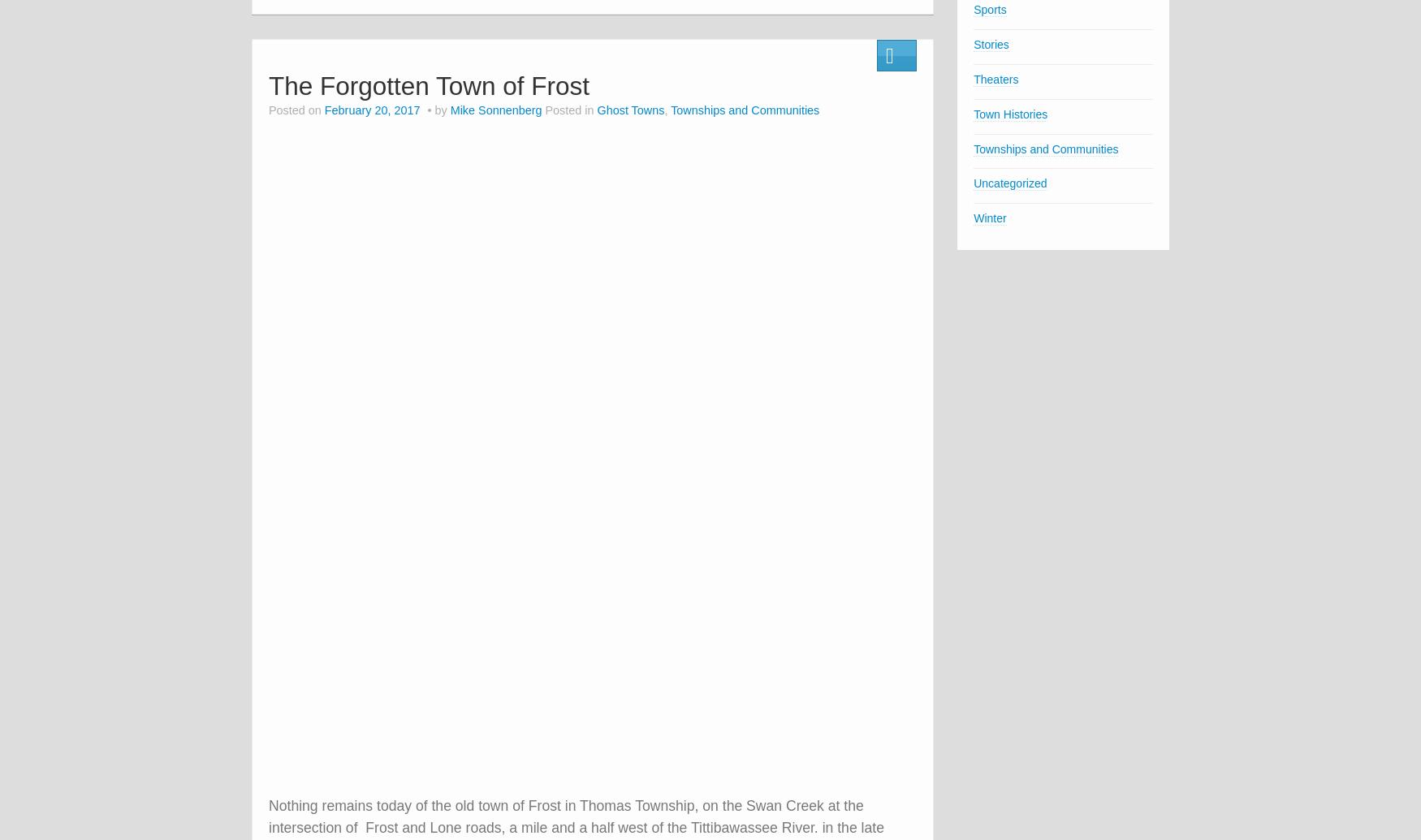  Describe the element at coordinates (991, 44) in the screenshot. I see `'Stories'` at that location.